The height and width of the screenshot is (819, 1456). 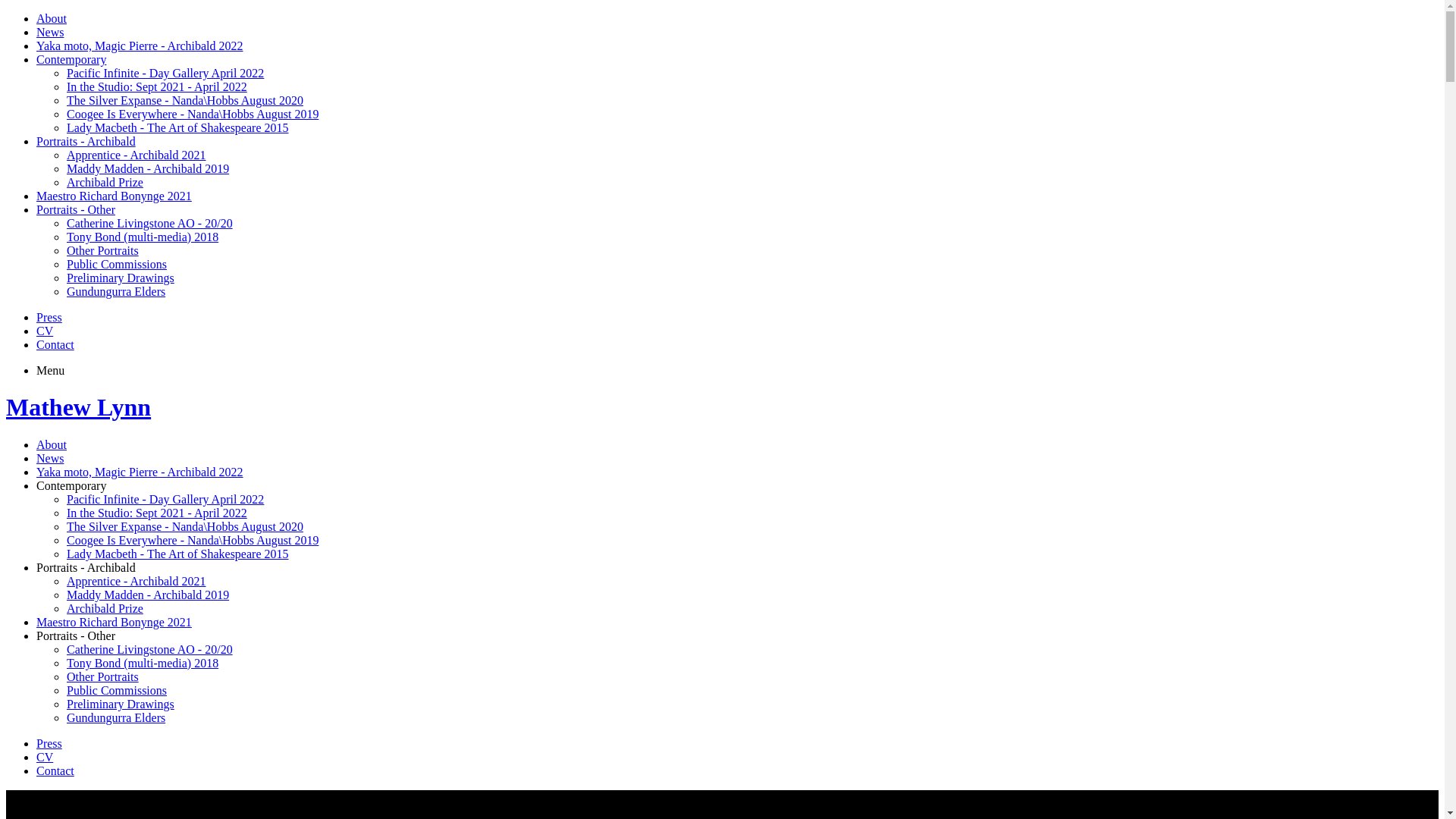 I want to click on 'News', so click(x=36, y=32).